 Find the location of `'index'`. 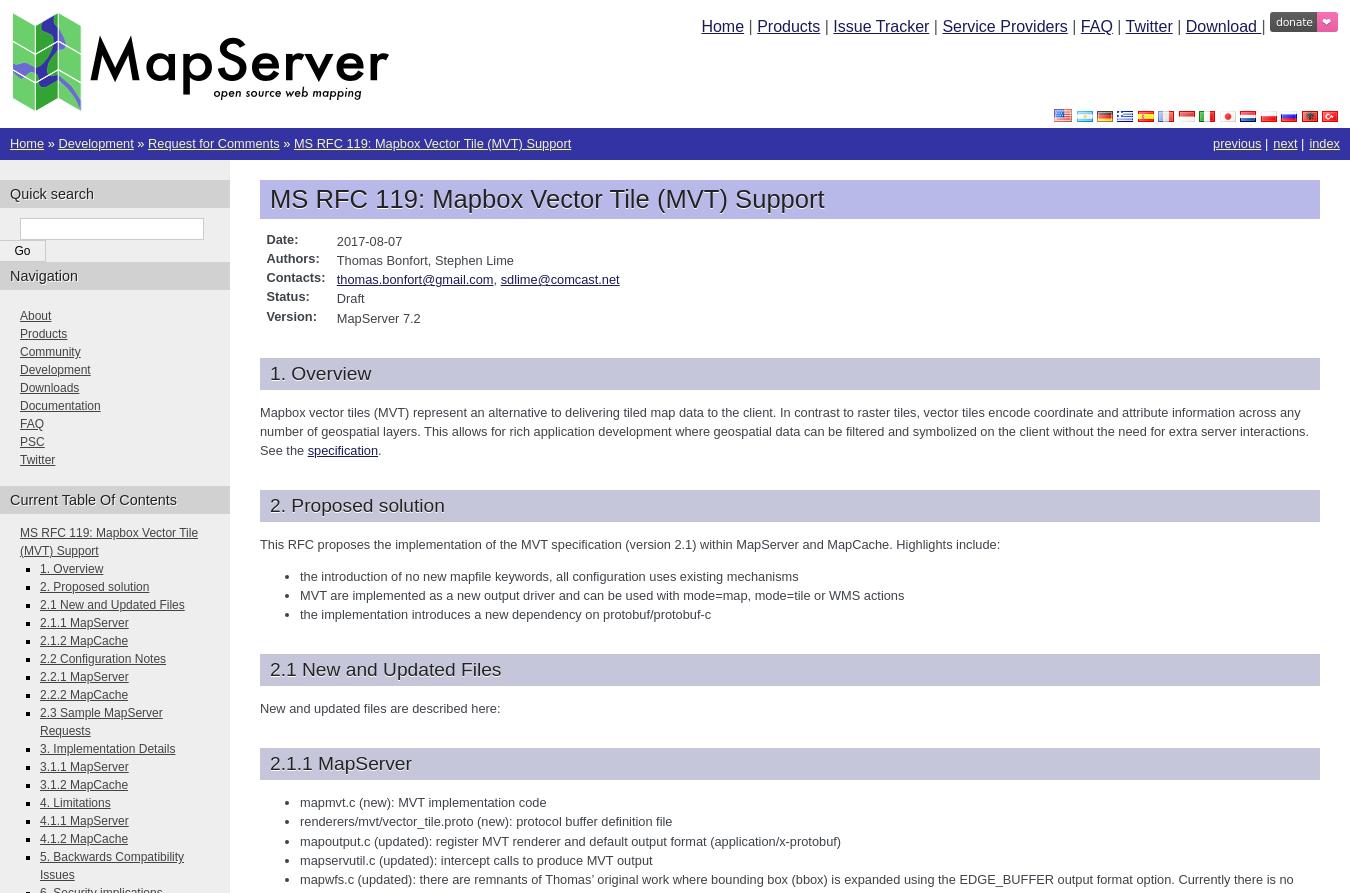

'index' is located at coordinates (1324, 143).